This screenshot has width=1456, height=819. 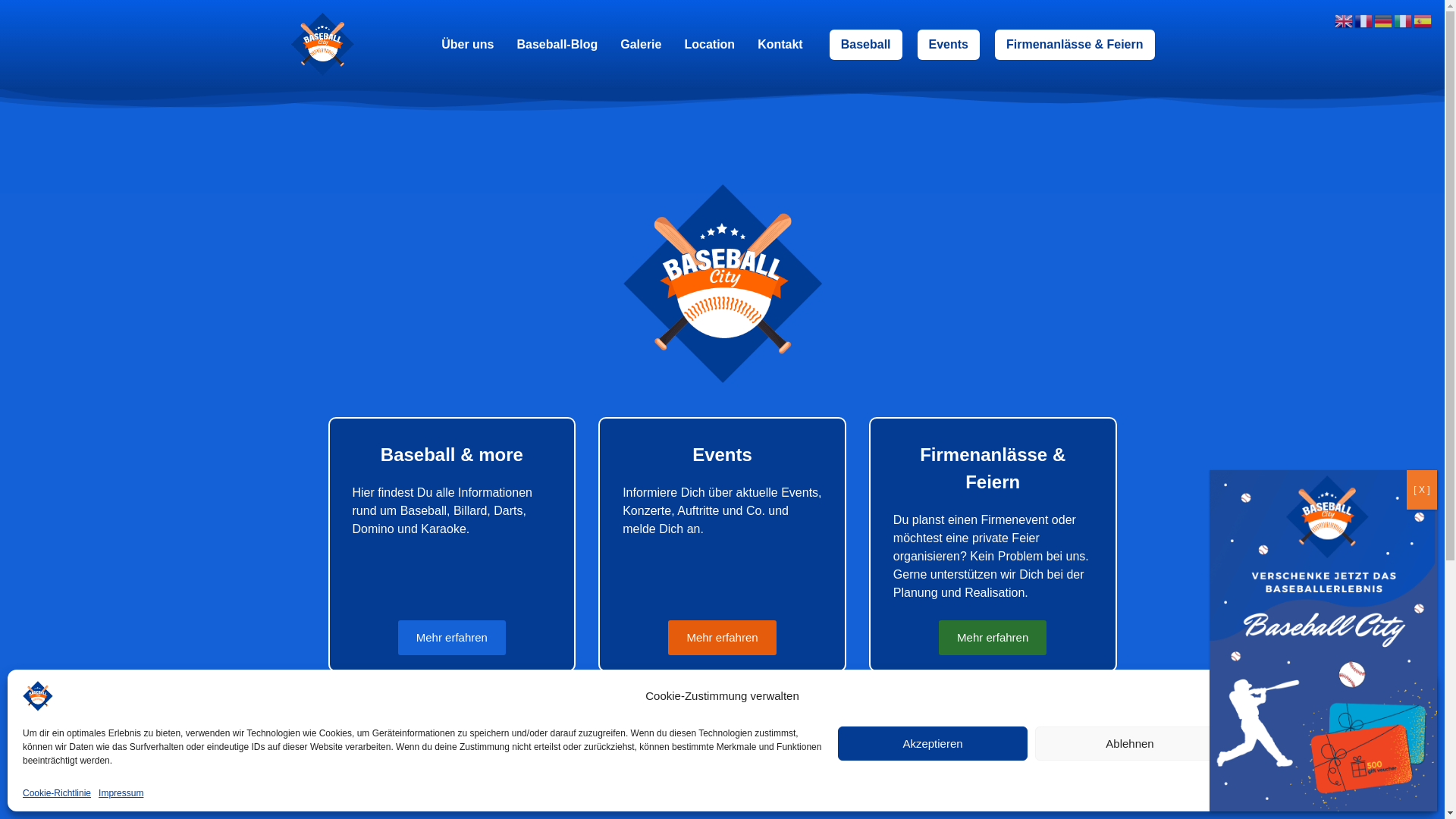 I want to click on 'German', so click(x=1383, y=20).